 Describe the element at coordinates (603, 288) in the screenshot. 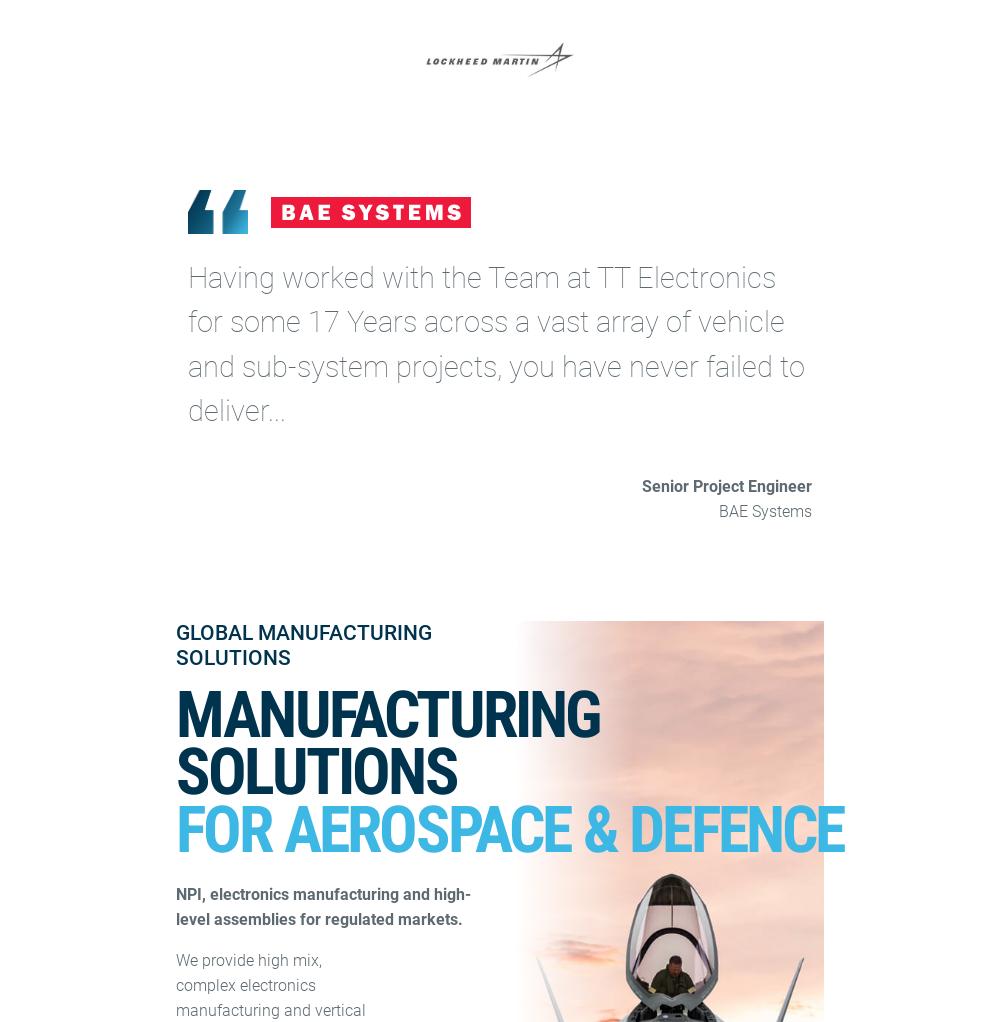

I see `'Modern Slavery Statement'` at that location.